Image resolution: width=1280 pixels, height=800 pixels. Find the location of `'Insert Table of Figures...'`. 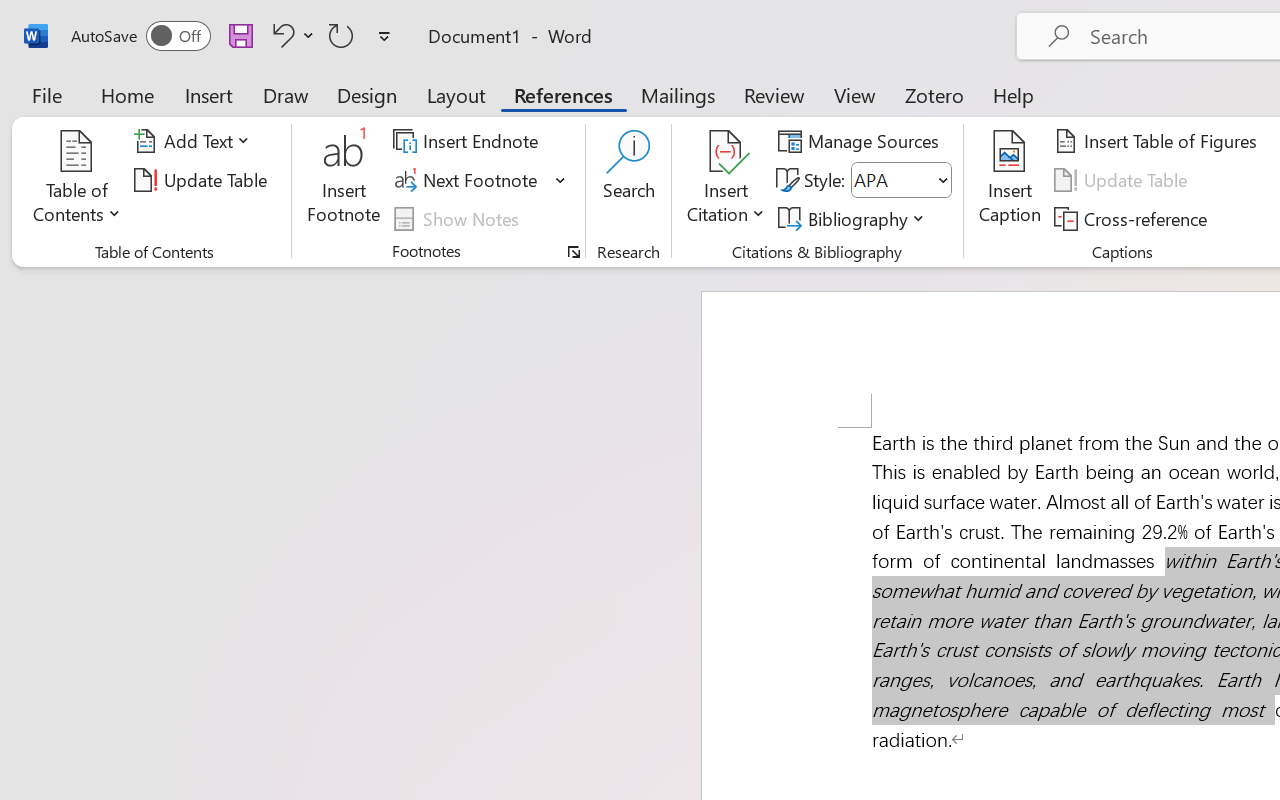

'Insert Table of Figures...' is located at coordinates (1159, 141).